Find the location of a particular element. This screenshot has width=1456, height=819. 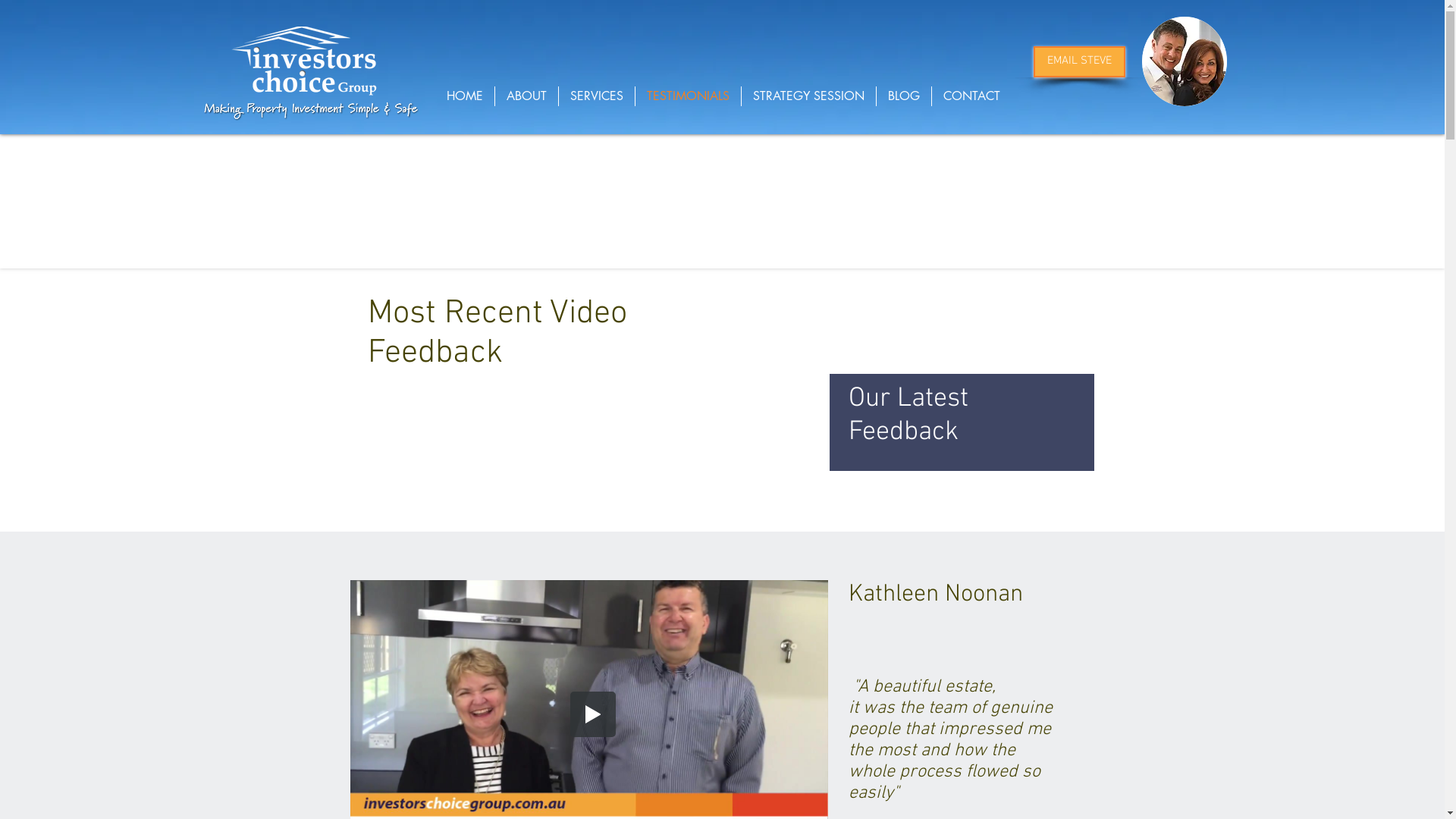

'EMAIL STEVE' is located at coordinates (1078, 61).